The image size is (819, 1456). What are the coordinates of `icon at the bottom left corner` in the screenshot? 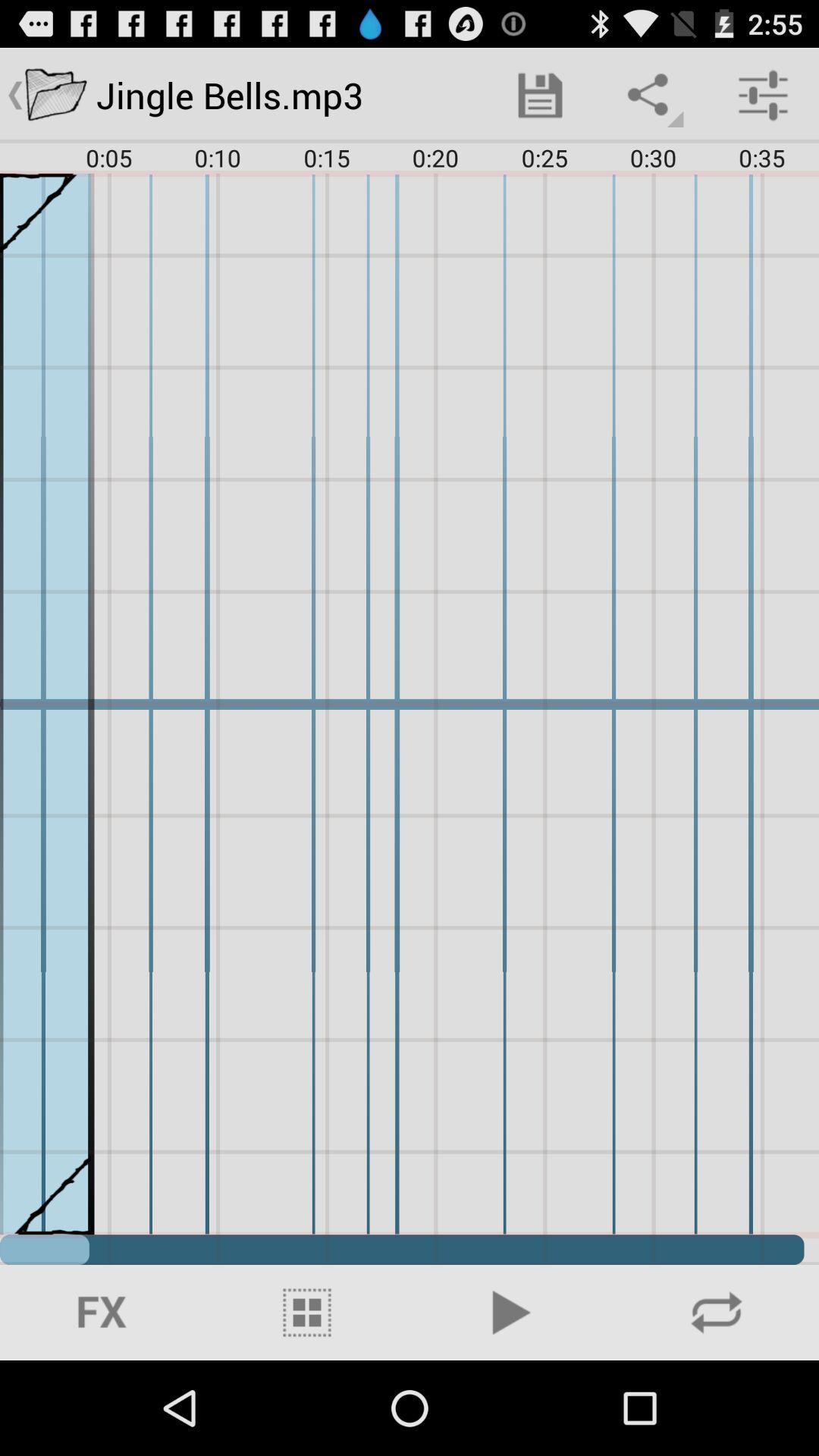 It's located at (102, 1312).